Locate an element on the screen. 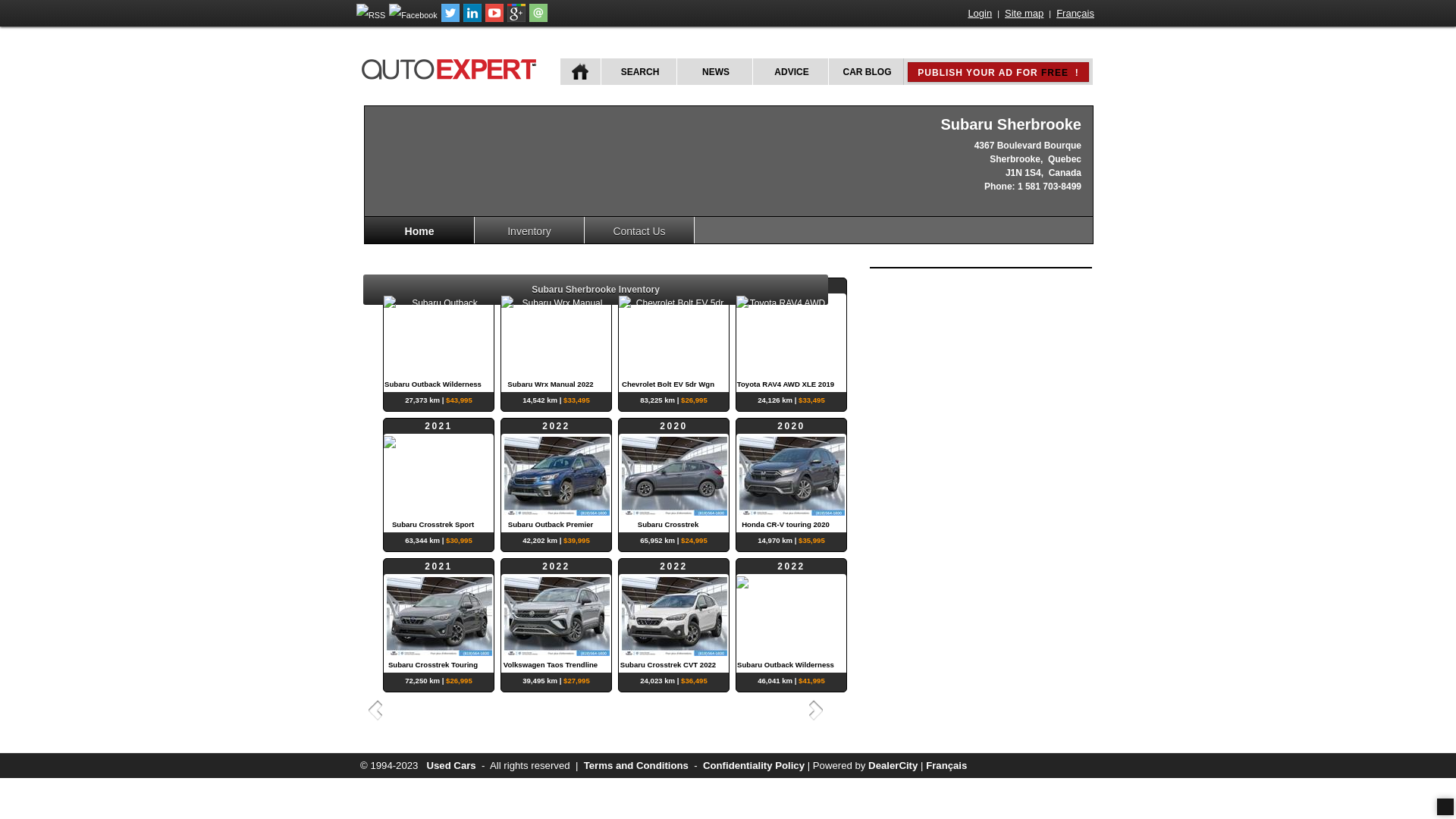  'Confidentiality Policy' is located at coordinates (701, 765).